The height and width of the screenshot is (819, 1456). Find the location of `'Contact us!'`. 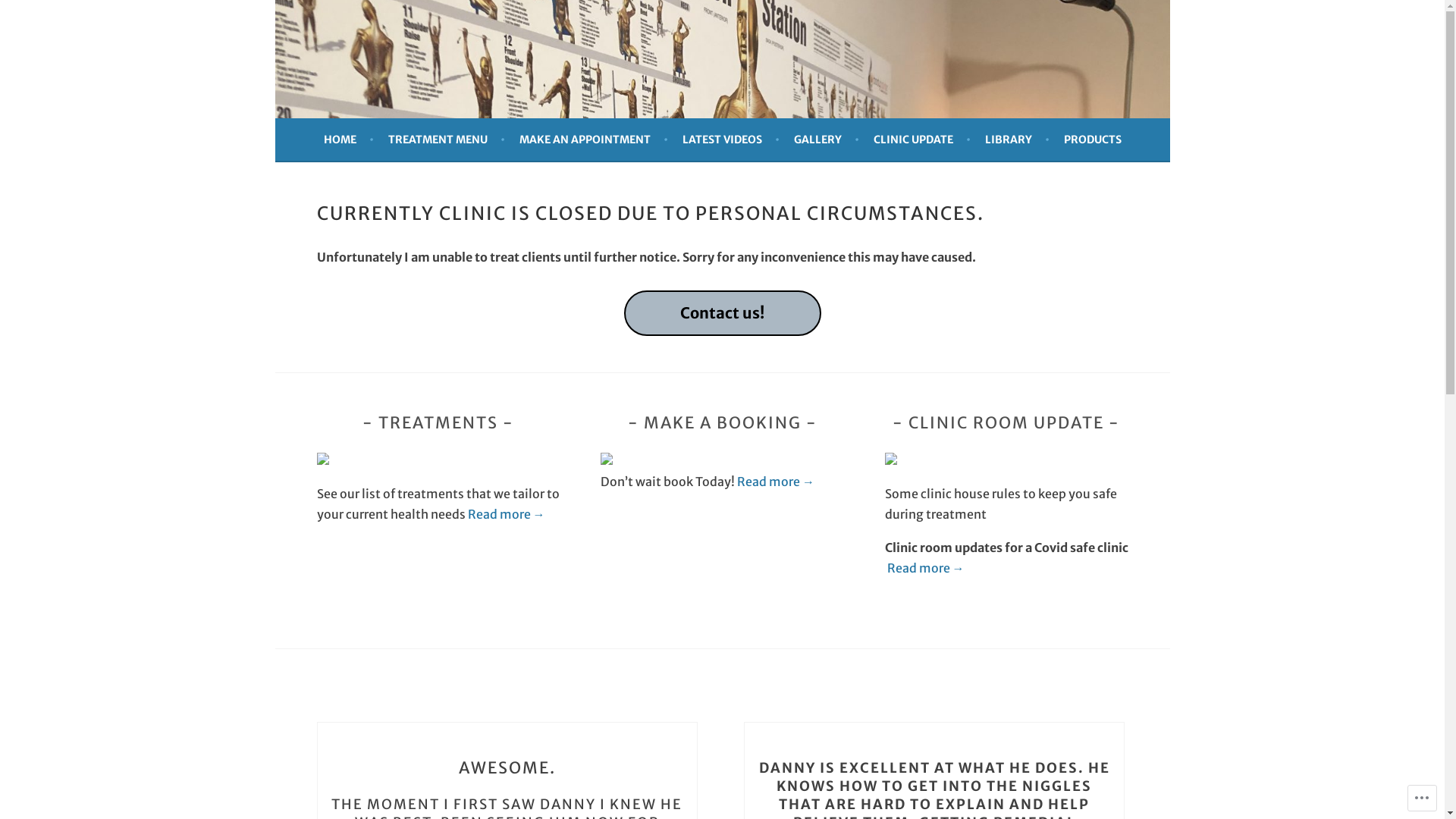

'Contact us!' is located at coordinates (720, 312).